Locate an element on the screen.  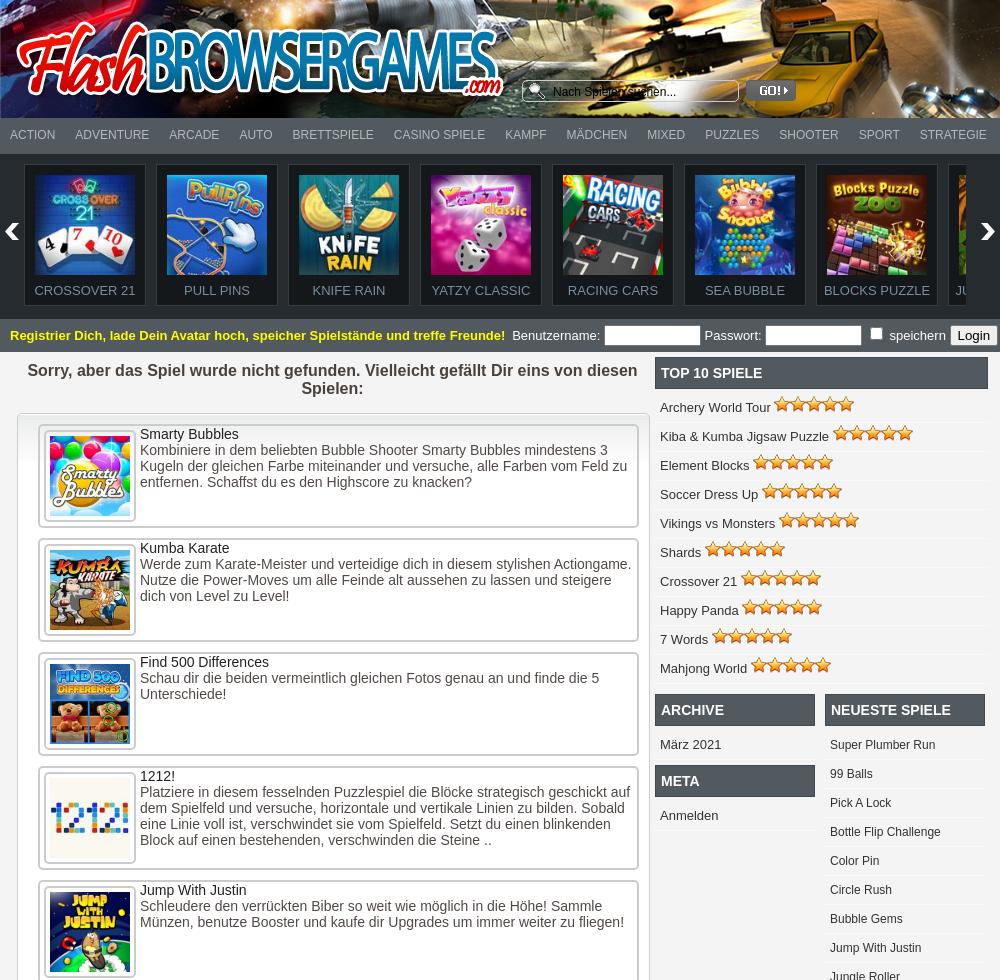
'Sport' is located at coordinates (878, 135).